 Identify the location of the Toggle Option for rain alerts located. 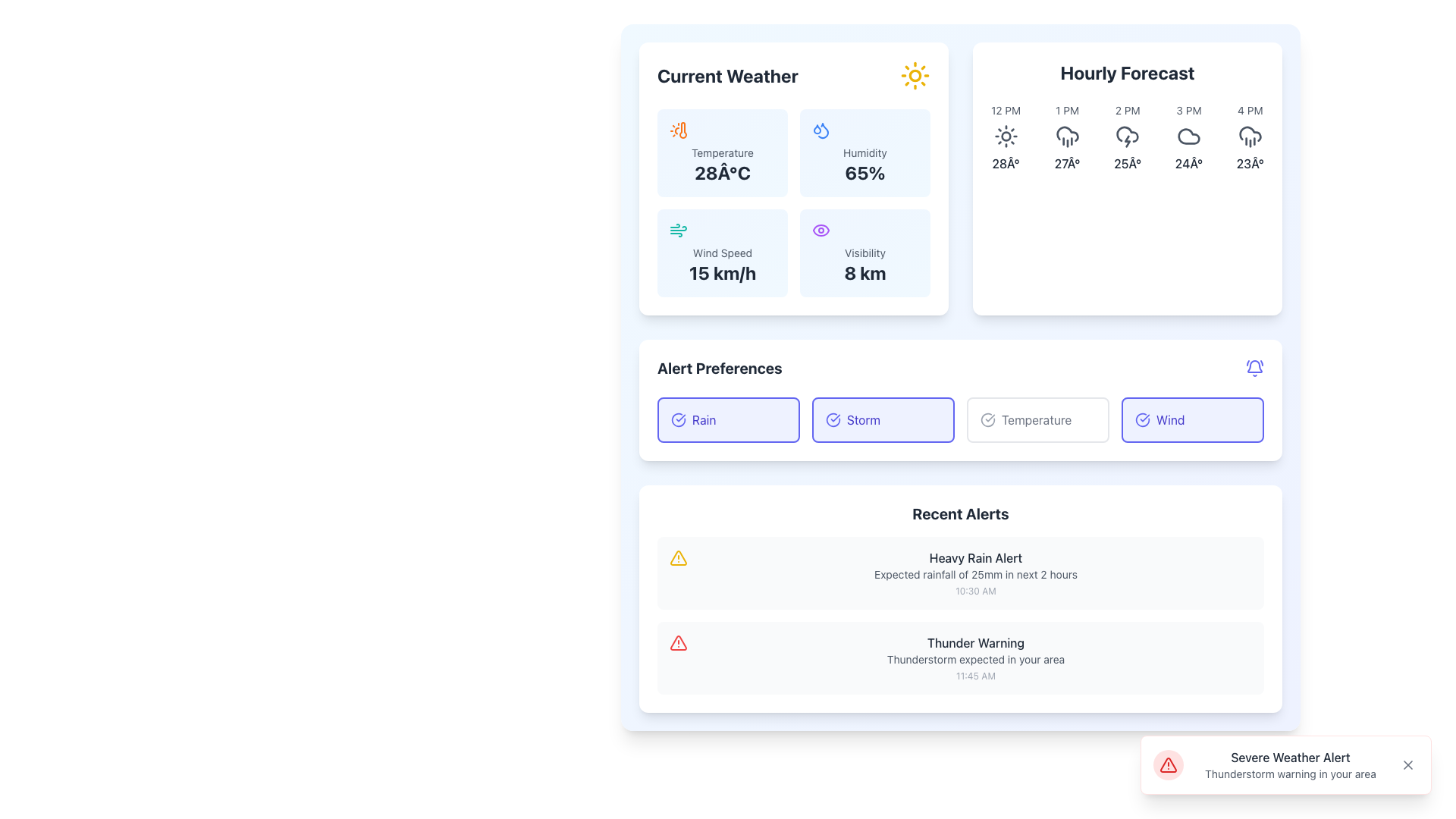
(728, 420).